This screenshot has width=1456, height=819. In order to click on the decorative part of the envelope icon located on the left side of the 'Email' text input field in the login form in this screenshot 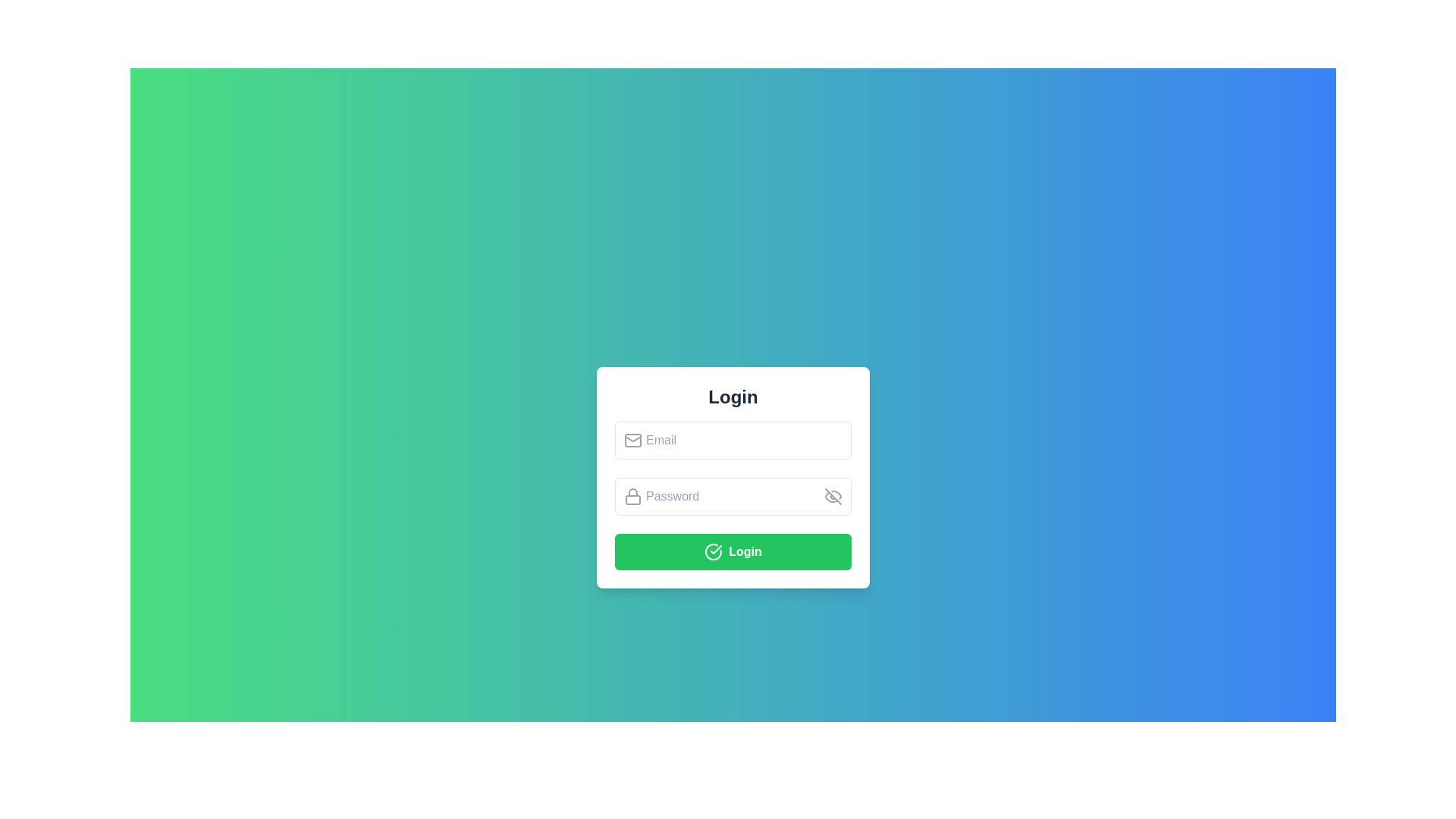, I will do `click(633, 439)`.